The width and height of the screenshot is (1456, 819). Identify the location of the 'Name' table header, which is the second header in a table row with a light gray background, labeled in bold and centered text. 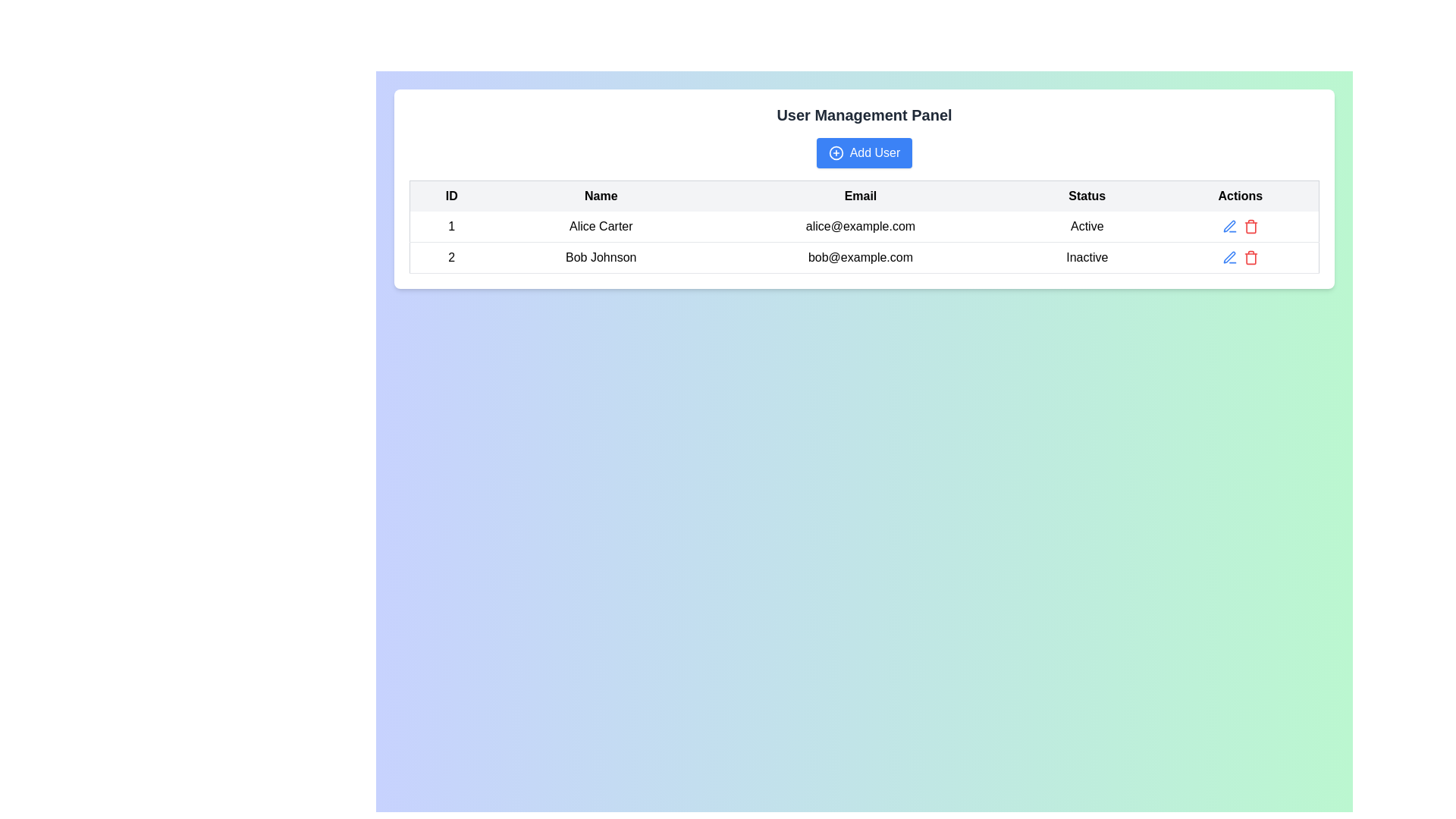
(600, 195).